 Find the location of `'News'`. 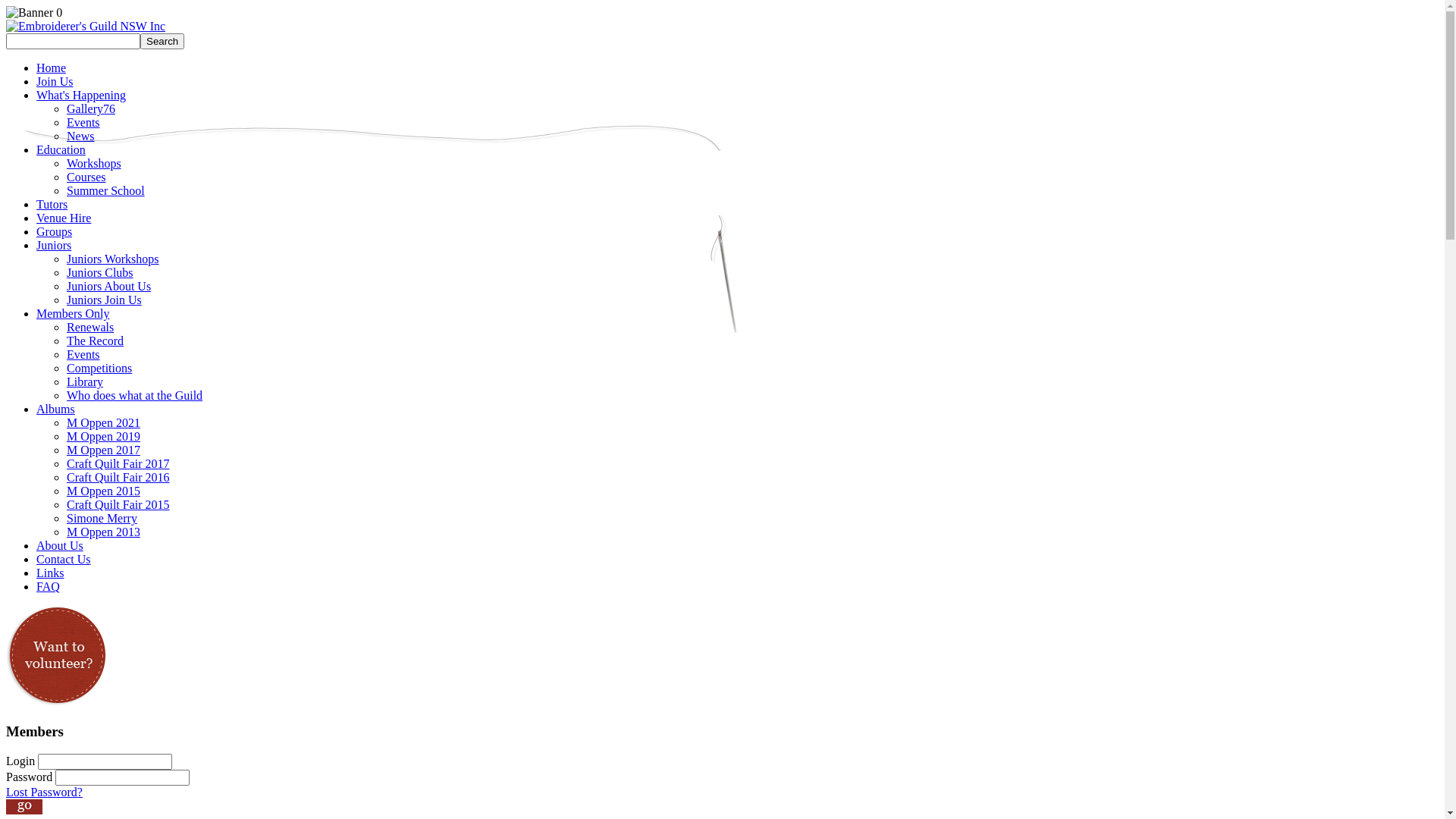

'News' is located at coordinates (79, 135).